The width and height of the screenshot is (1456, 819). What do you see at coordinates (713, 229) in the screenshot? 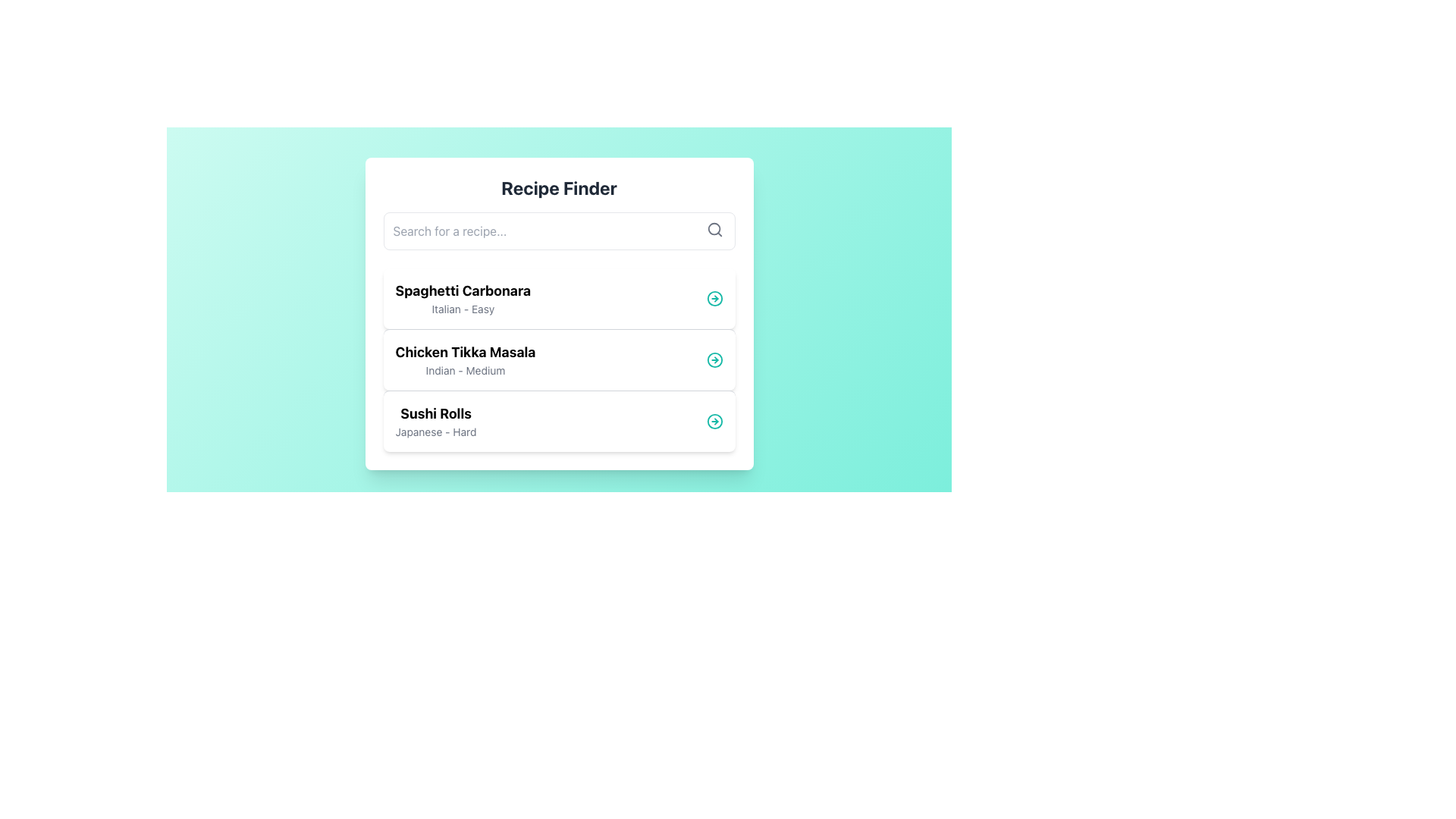
I see `the small circular UI component that resembles the lens of a magnifying glass, which is part of the search icon located in the top-right corner of the input field labeled 'Search for a recipe...'` at bounding box center [713, 229].